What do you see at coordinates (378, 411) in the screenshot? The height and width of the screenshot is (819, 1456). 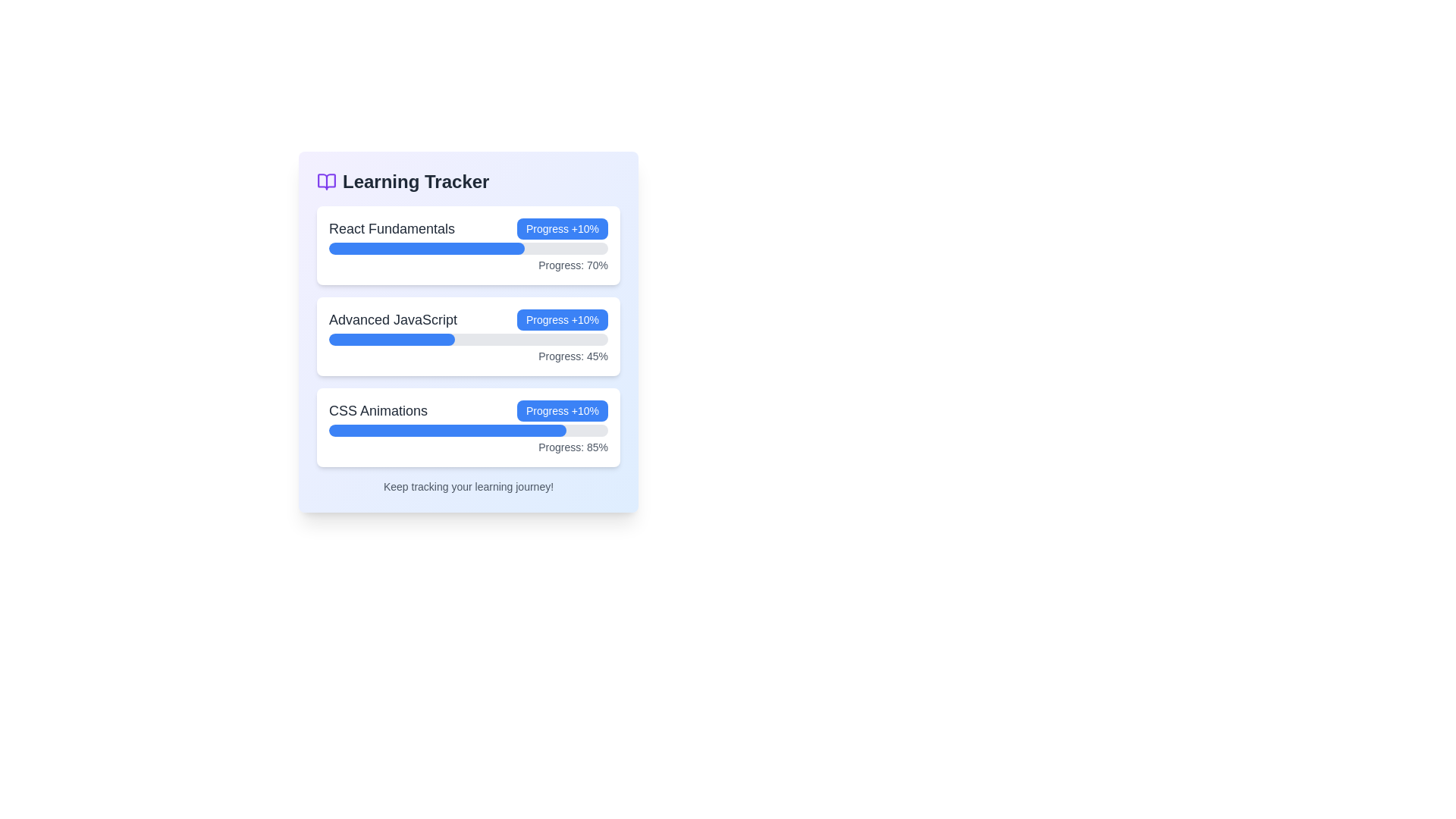 I see `the text label for 'CSS Animations' located in the third row of the 'Learning Tracker' section, which serves as a heading for the corresponding progress information` at bounding box center [378, 411].